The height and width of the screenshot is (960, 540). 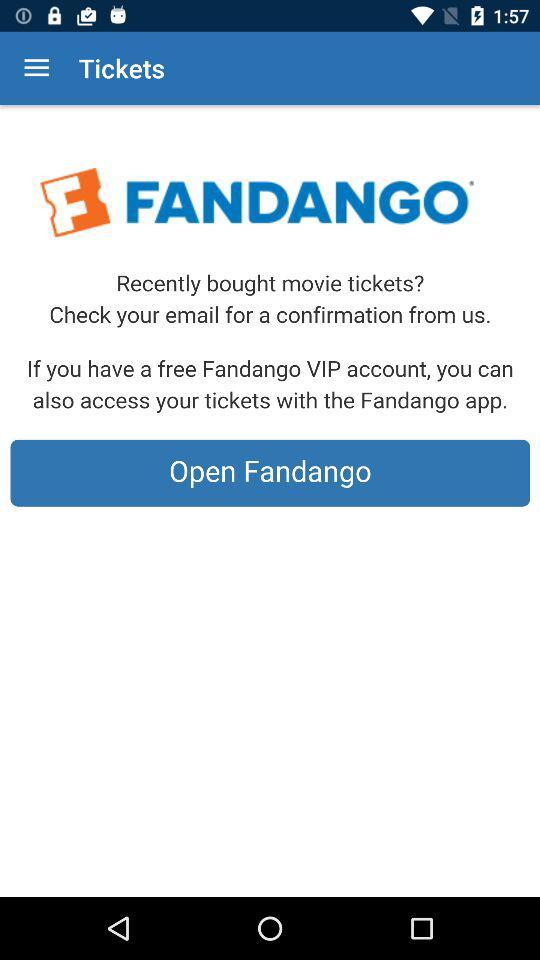 I want to click on share the article, so click(x=270, y=500).